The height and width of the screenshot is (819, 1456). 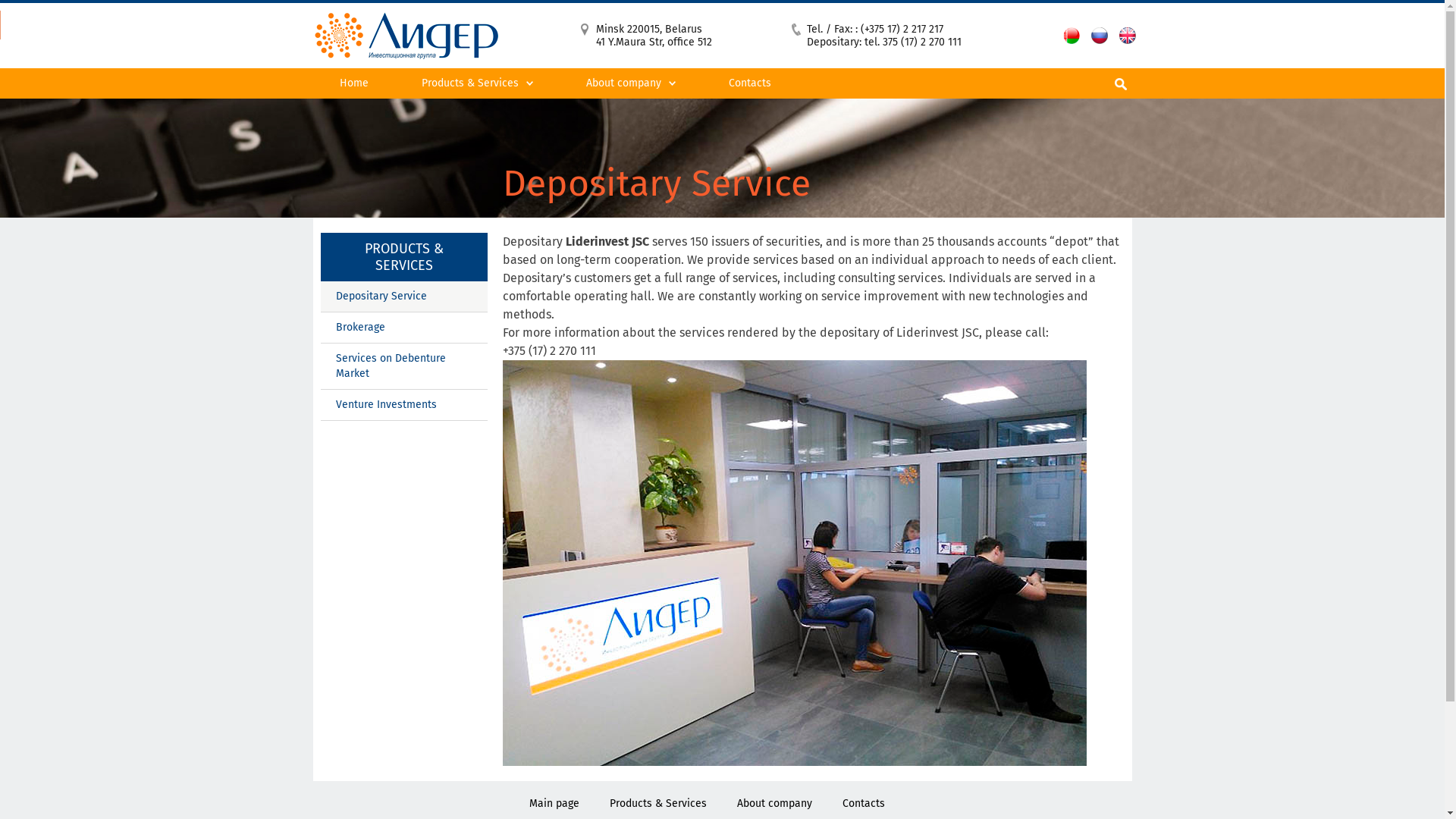 What do you see at coordinates (403, 366) in the screenshot?
I see `'Services on Debenture Market'` at bounding box center [403, 366].